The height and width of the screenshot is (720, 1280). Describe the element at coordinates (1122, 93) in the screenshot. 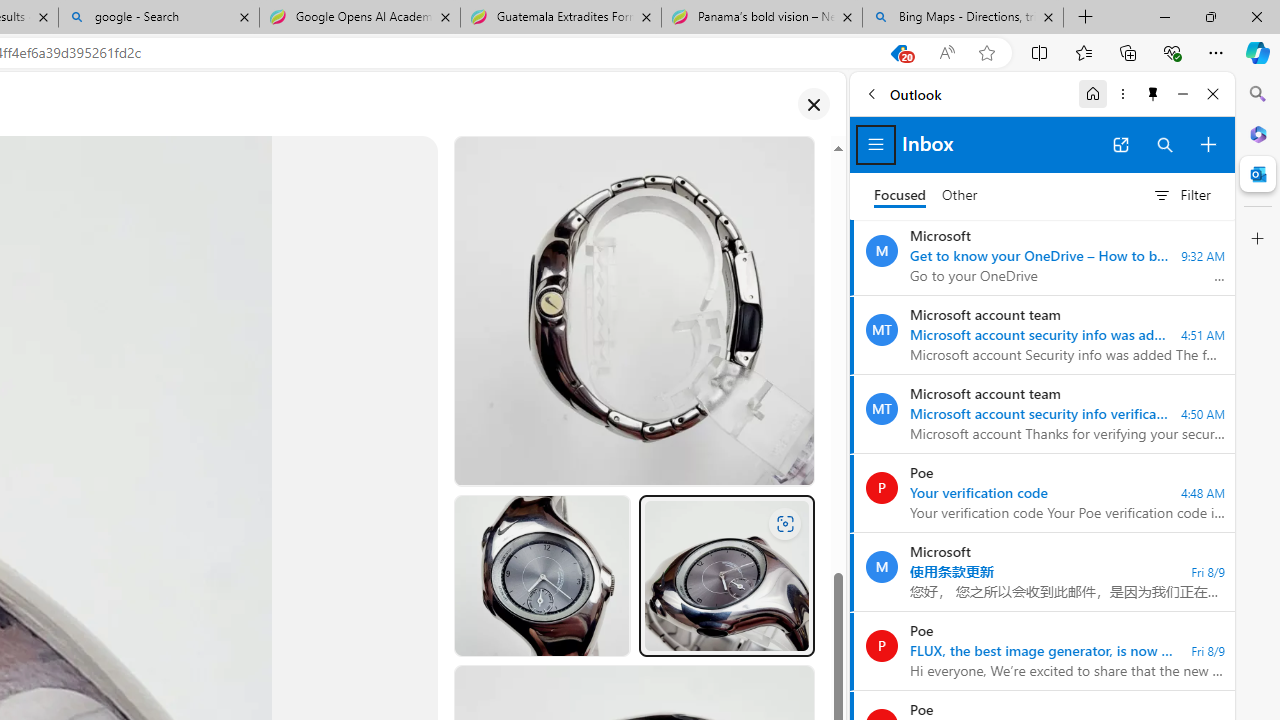

I see `'More options'` at that location.